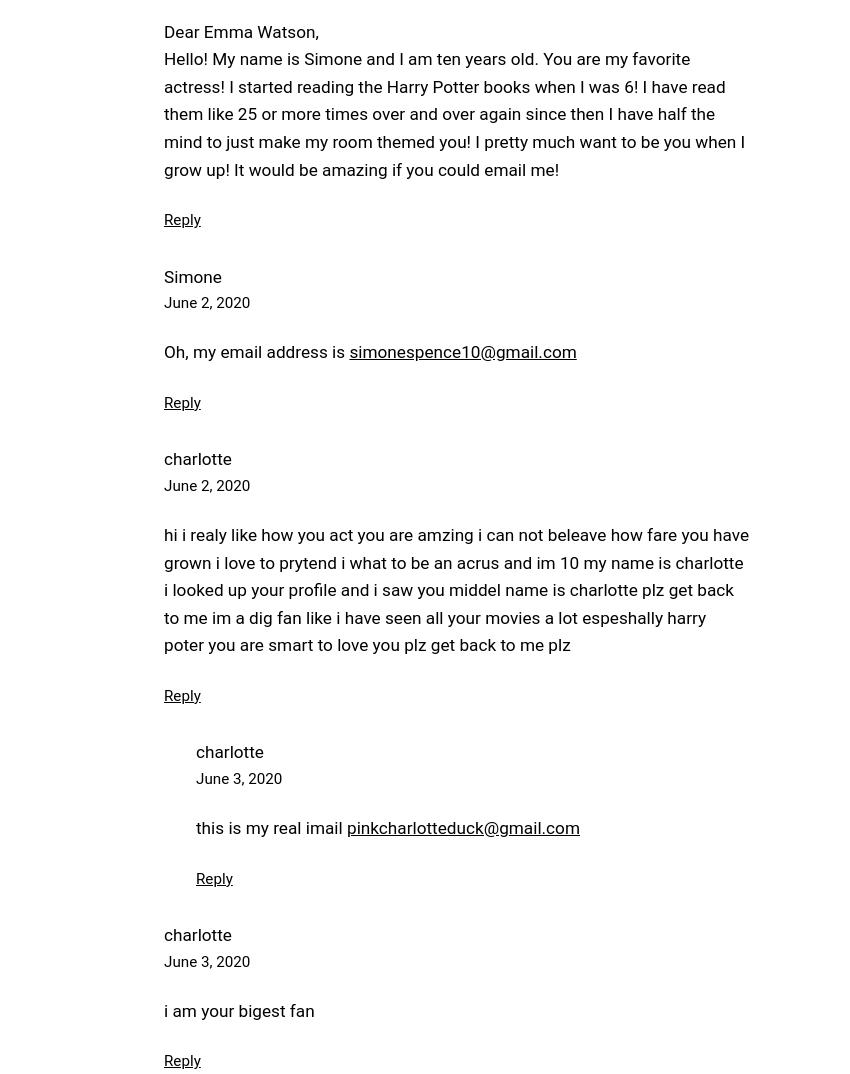  What do you see at coordinates (163, 276) in the screenshot?
I see `'Simone'` at bounding box center [163, 276].